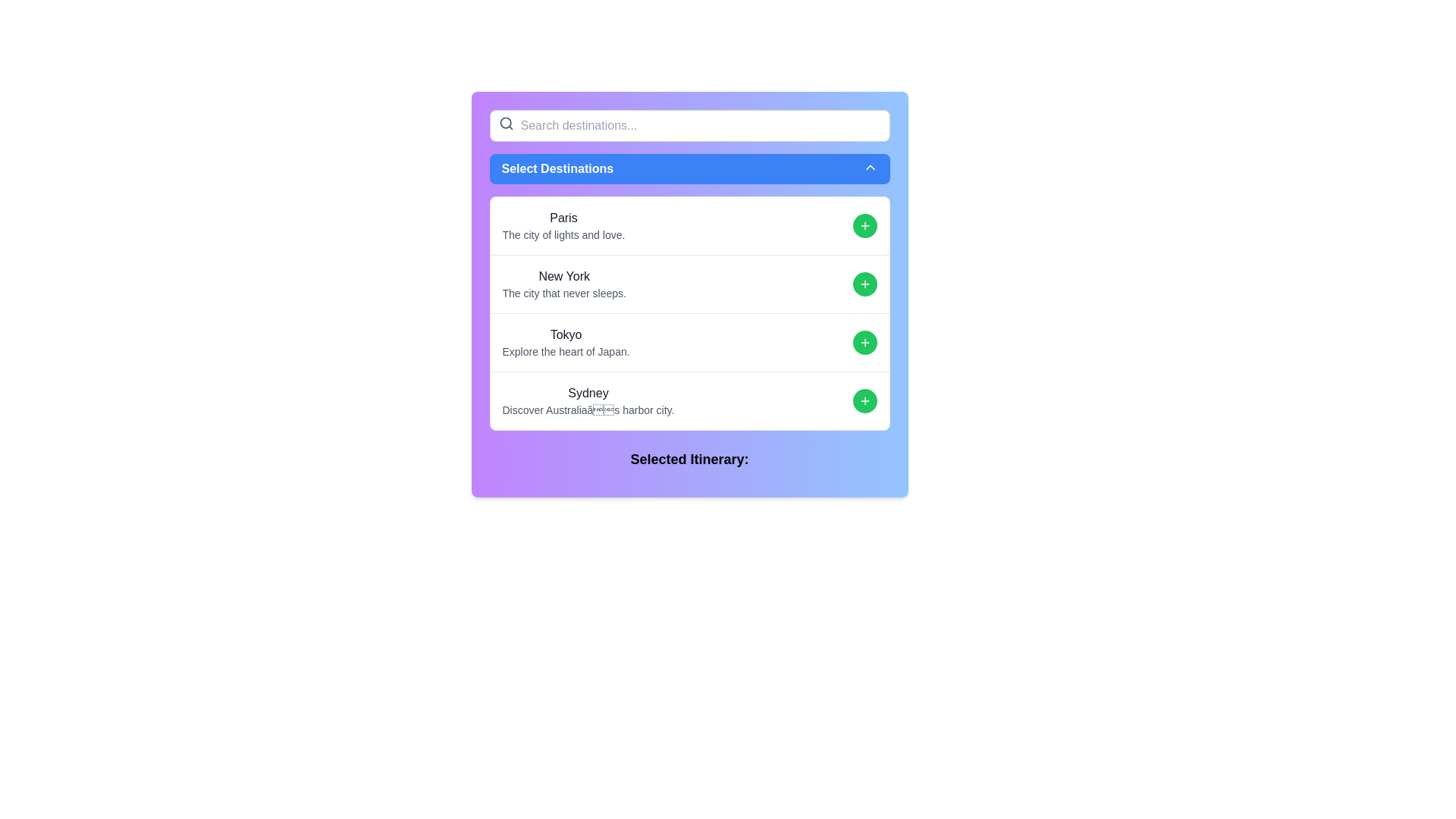 The image size is (1456, 819). Describe the element at coordinates (565, 351) in the screenshot. I see `the descriptive text element located beneath the 'Tokyo' heading in the 'Select Destinations' section` at that location.